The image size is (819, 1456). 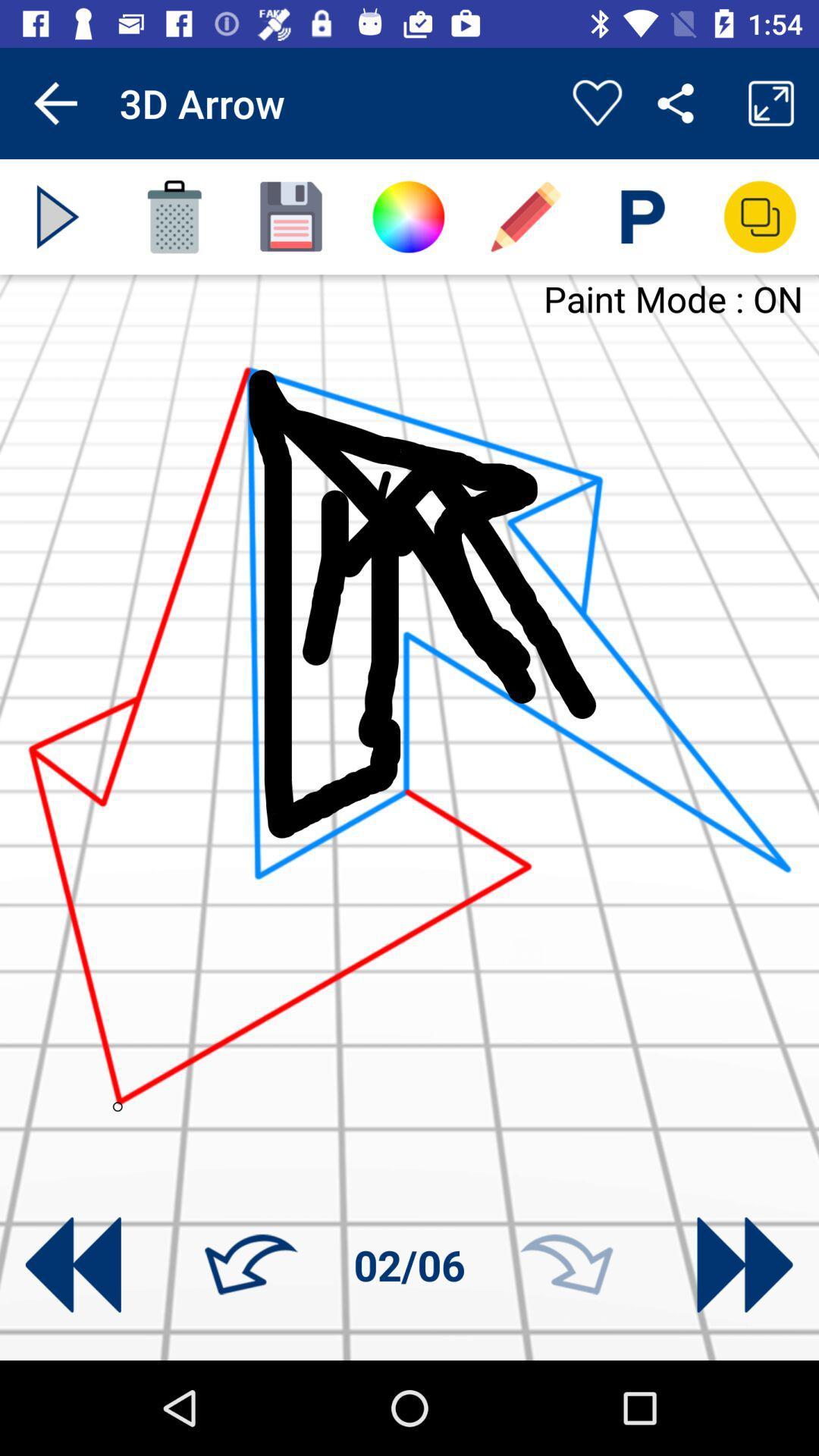 I want to click on the save icon, so click(x=291, y=216).